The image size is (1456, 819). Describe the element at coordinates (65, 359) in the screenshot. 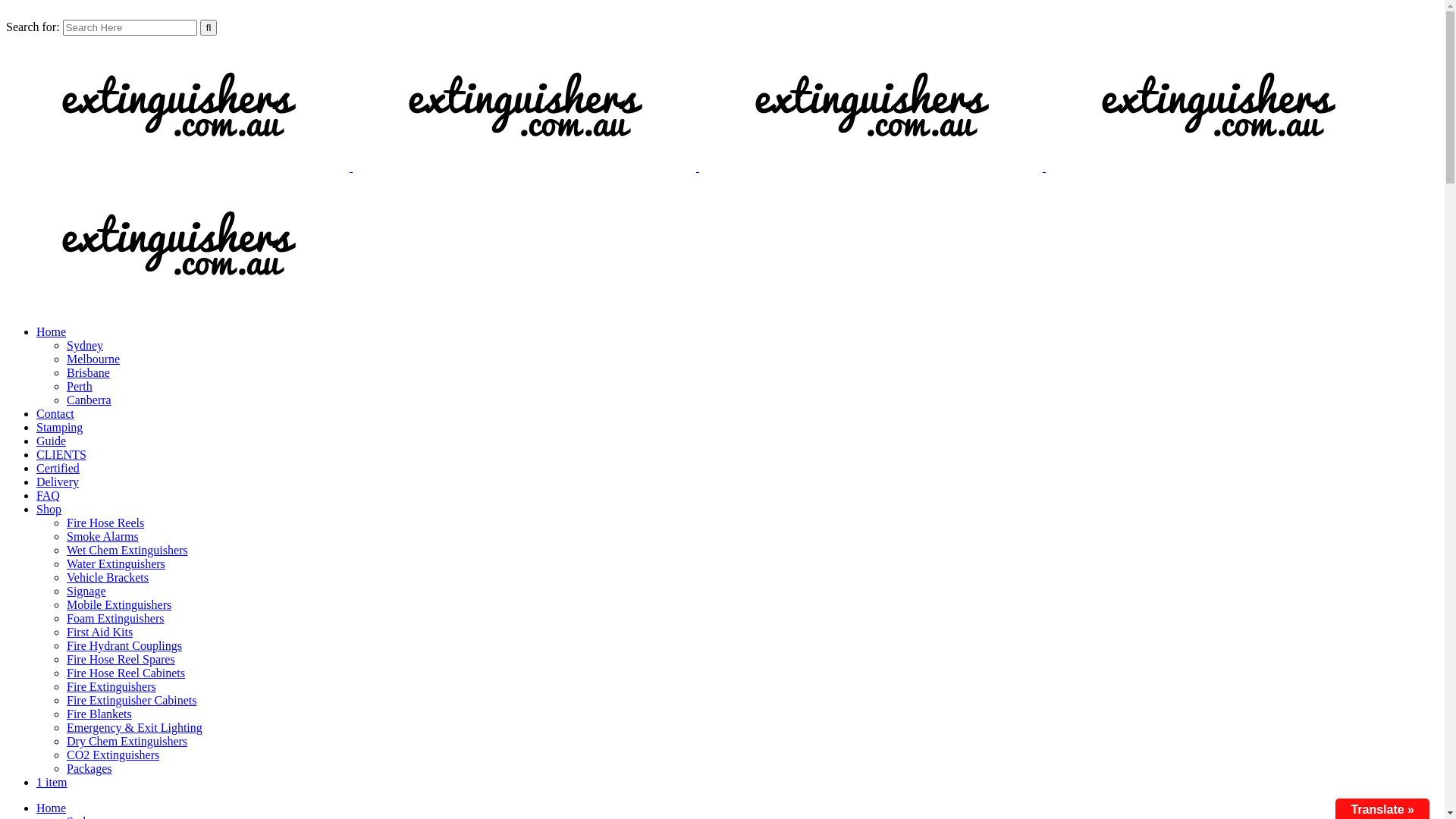

I see `'Melbourne'` at that location.